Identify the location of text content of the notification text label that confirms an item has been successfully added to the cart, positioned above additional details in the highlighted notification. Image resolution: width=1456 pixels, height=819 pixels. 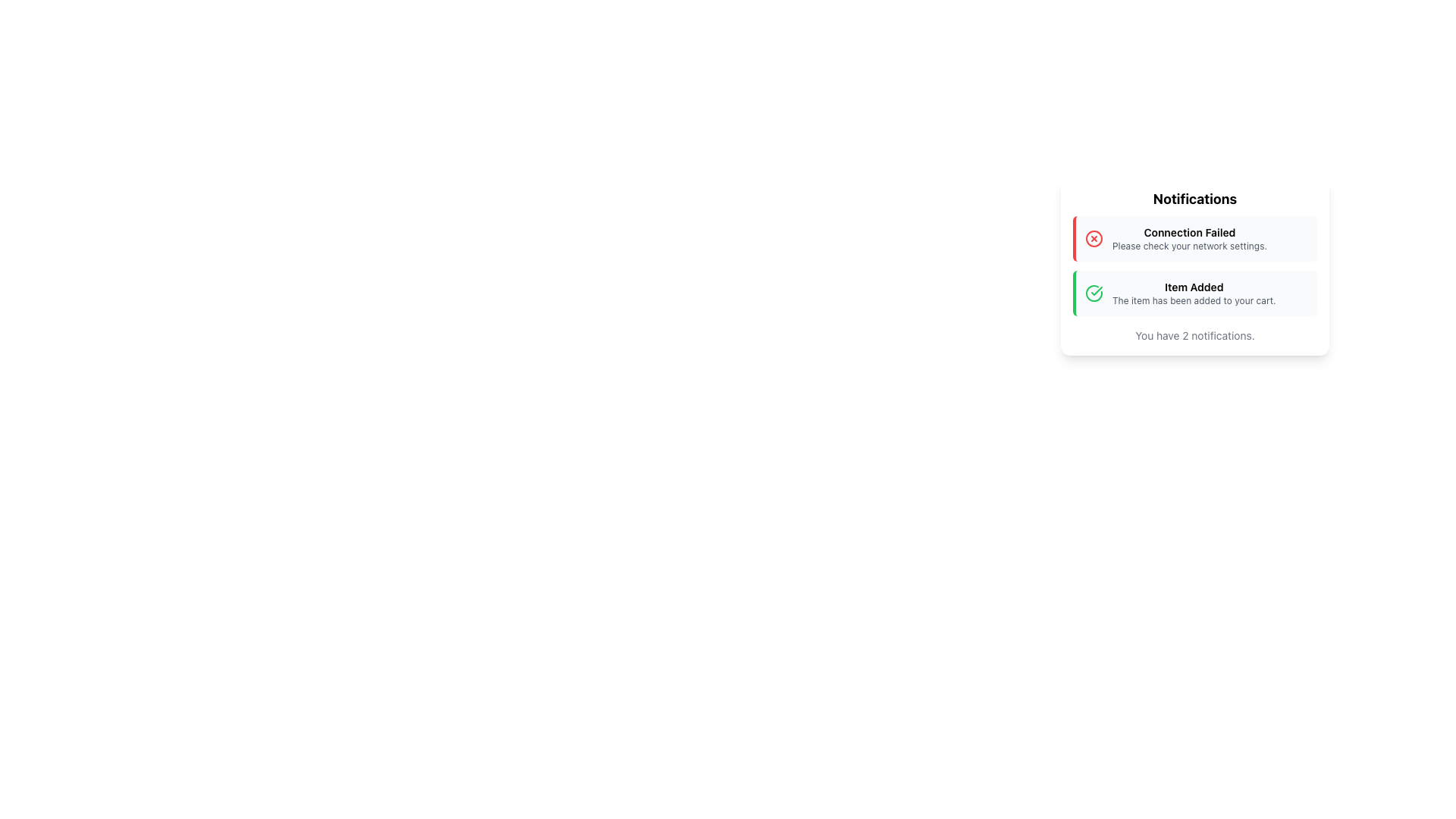
(1193, 287).